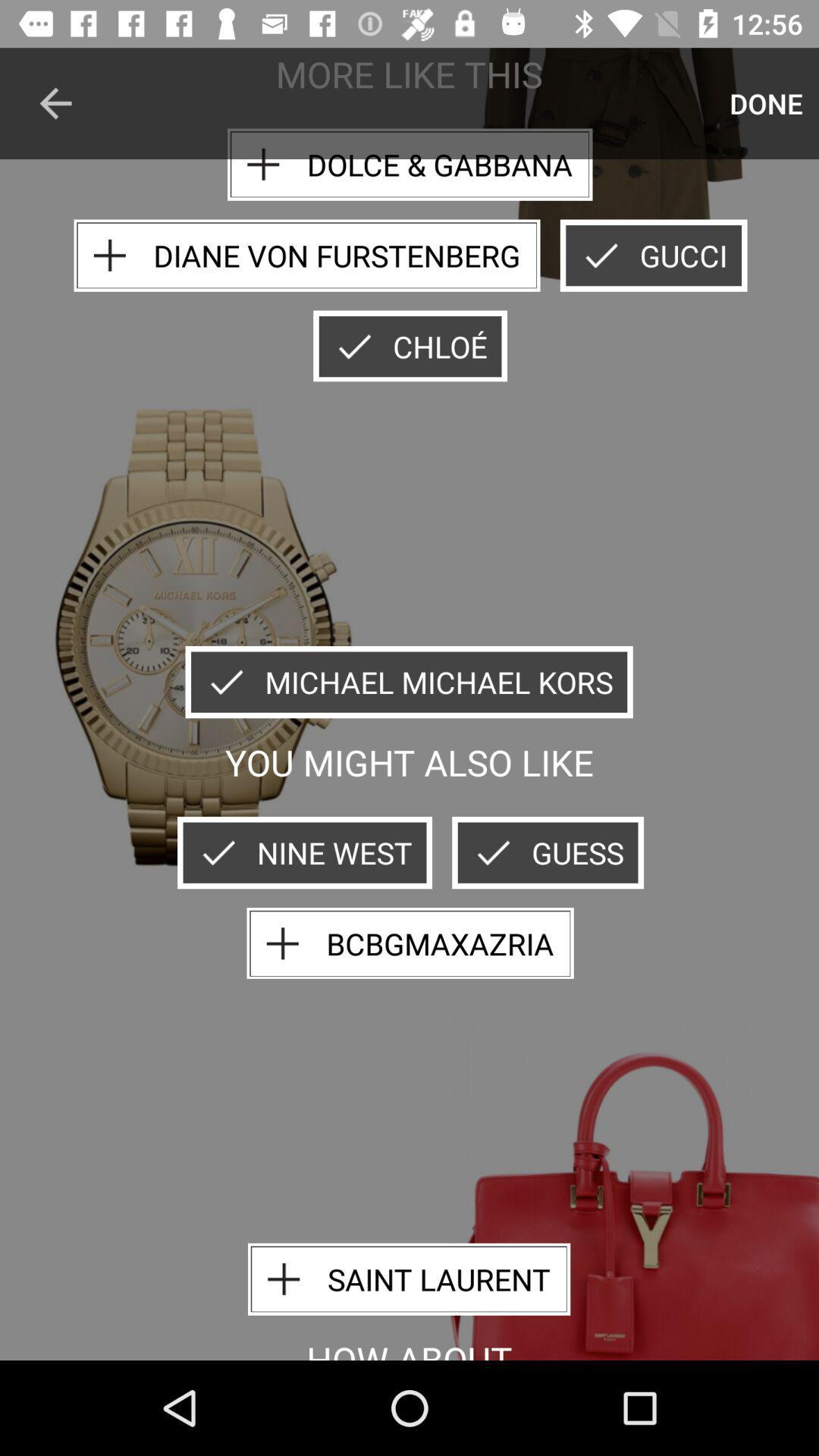 This screenshot has height=1456, width=819. I want to click on the icon next to the dolce & gabbana icon, so click(766, 102).